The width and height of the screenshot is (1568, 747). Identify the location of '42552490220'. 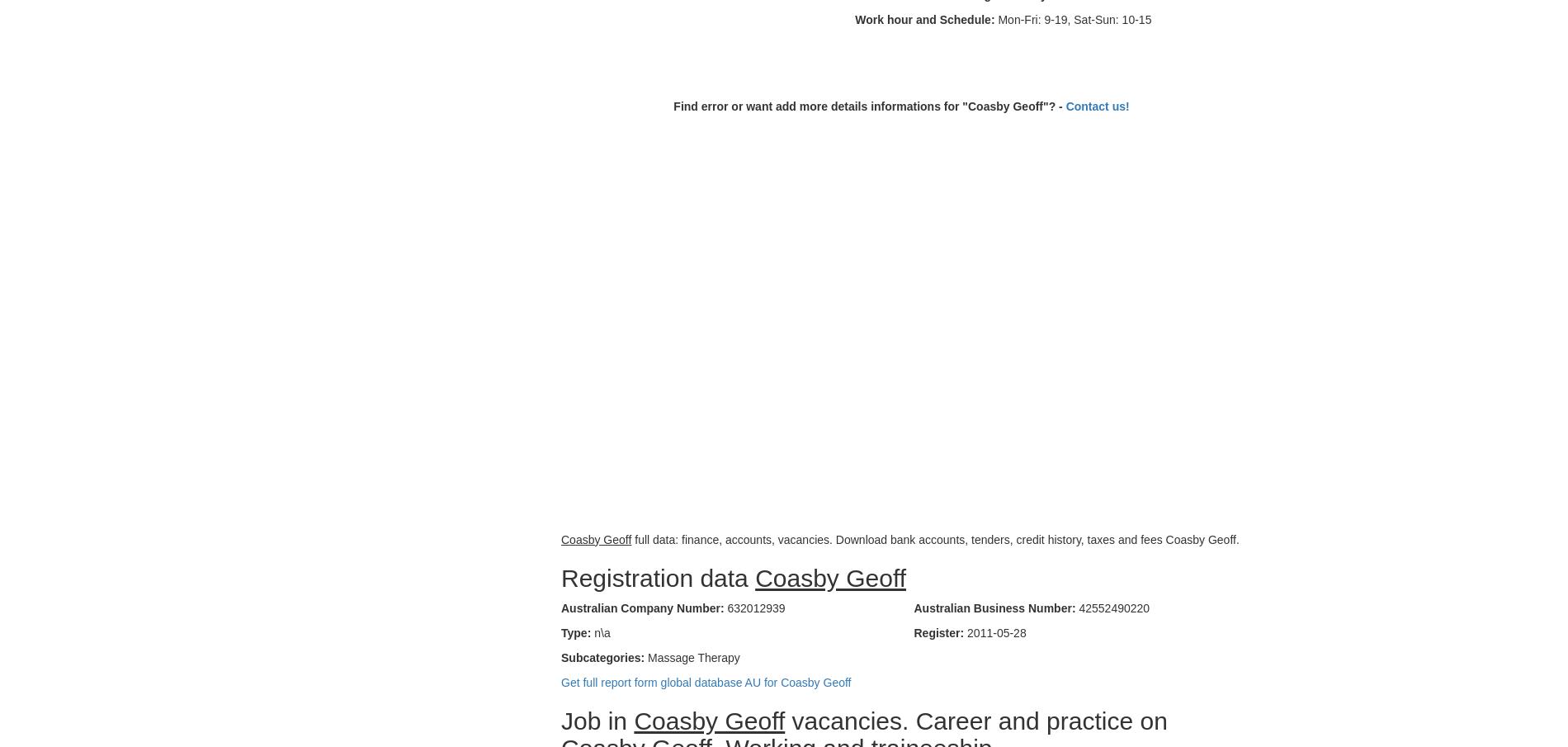
(1112, 607).